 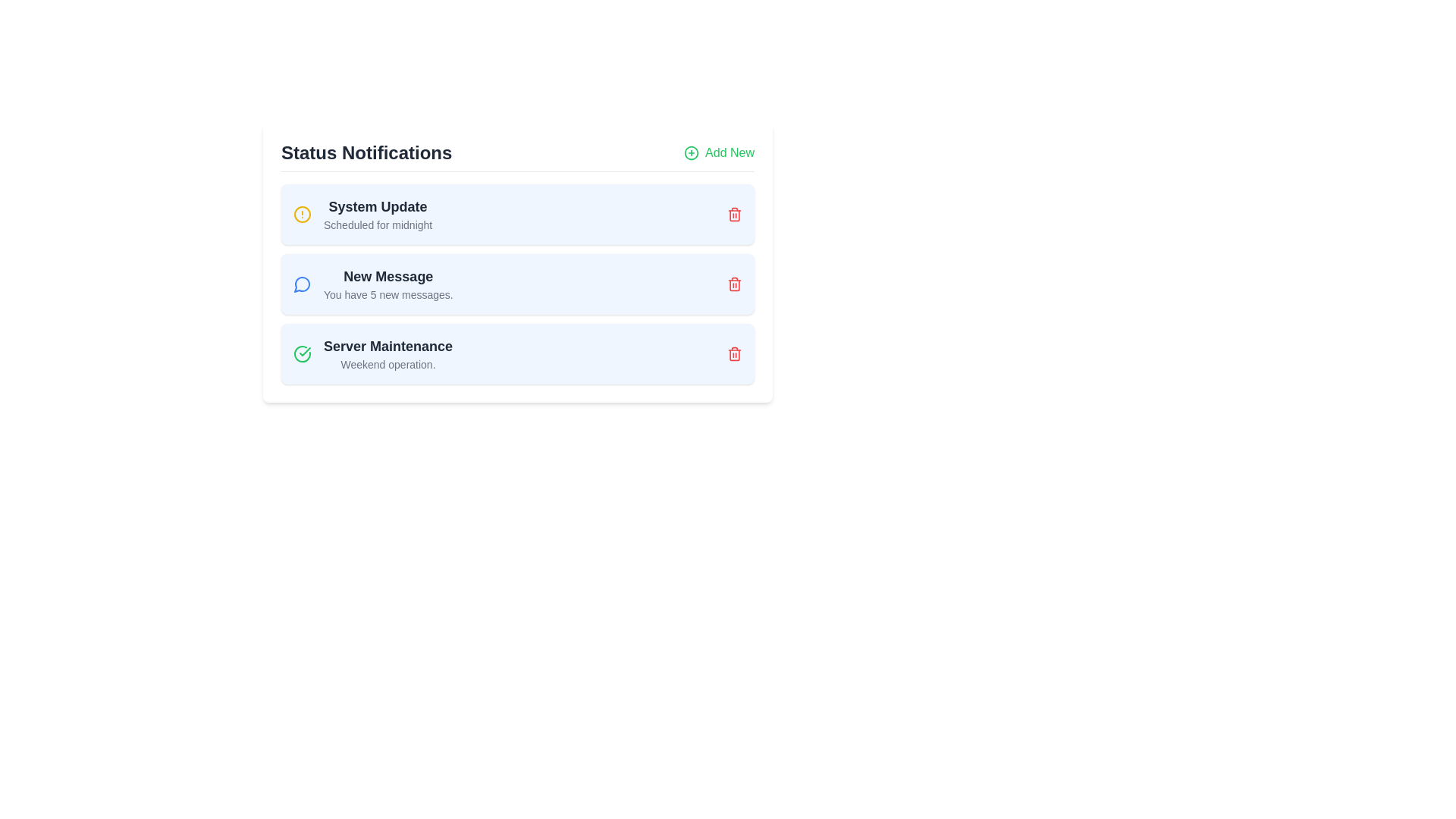 What do you see at coordinates (718, 152) in the screenshot?
I see `the 'Add New' button to add a new item` at bounding box center [718, 152].